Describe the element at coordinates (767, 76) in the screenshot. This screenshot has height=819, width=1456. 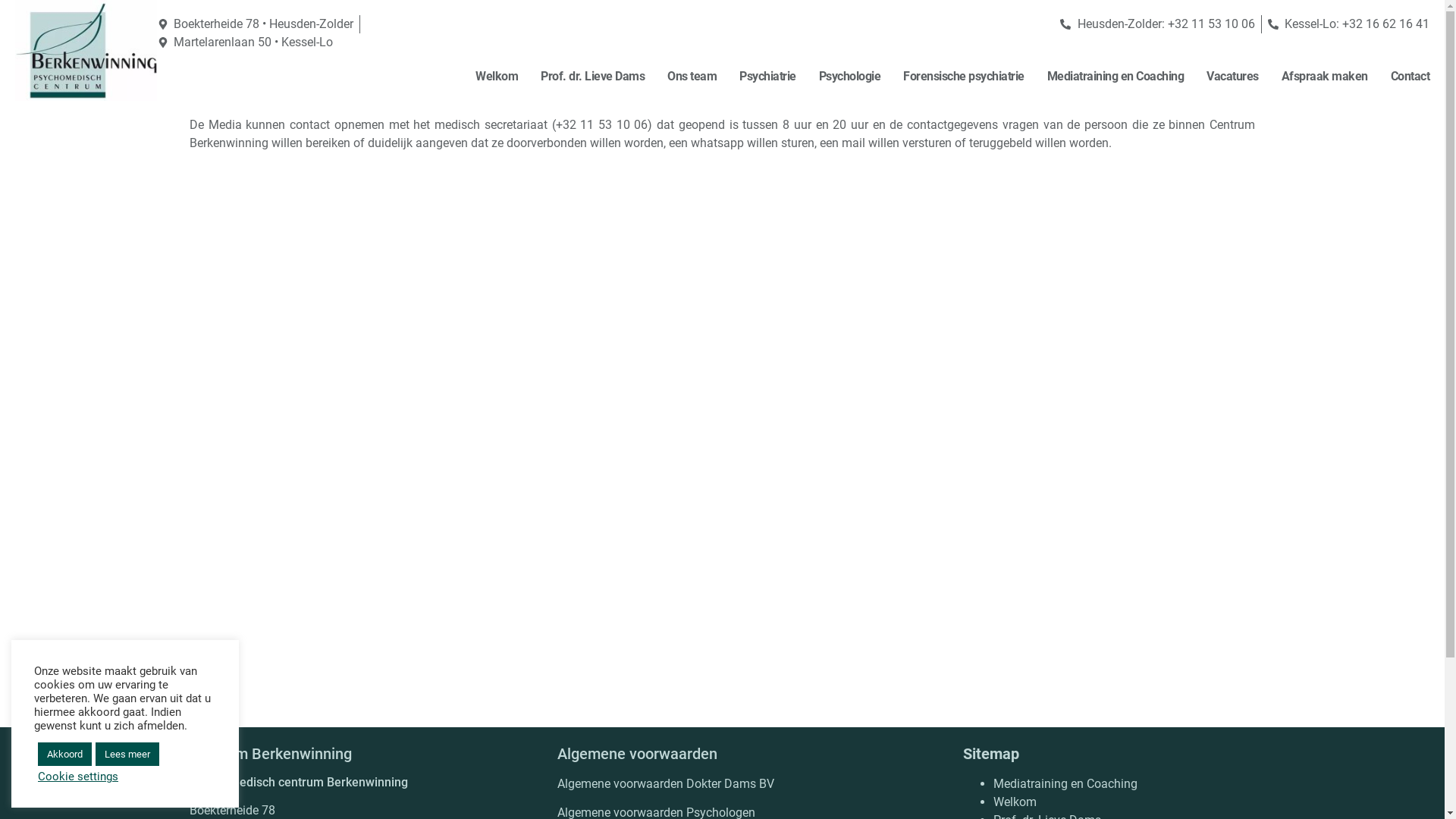
I see `'Psychiatrie'` at that location.